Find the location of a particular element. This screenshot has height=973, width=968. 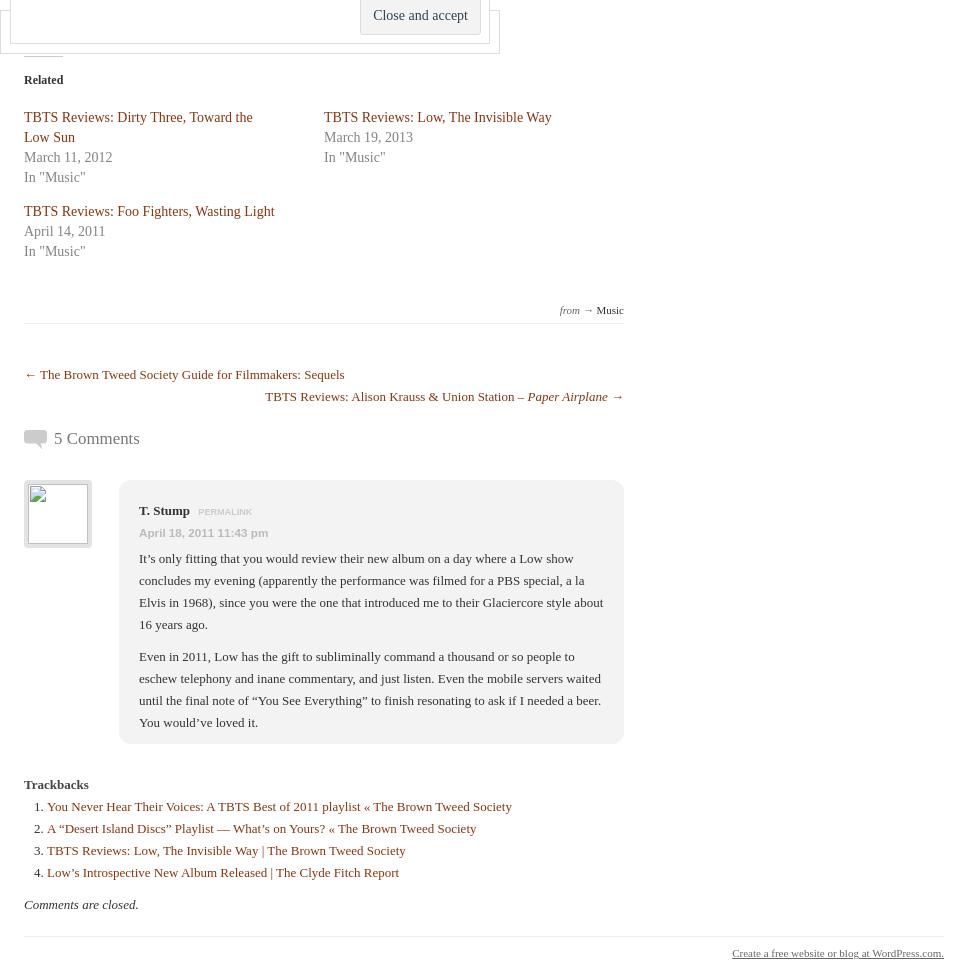

'It’s only fitting that you would review their new album on a day where a Low show concludes my evening (apparently the performance was filmed for a PBS special, a la Elvis in 1968), since you were the one that introduced me to their Glaciercore style about 16 years ago.' is located at coordinates (370, 591).